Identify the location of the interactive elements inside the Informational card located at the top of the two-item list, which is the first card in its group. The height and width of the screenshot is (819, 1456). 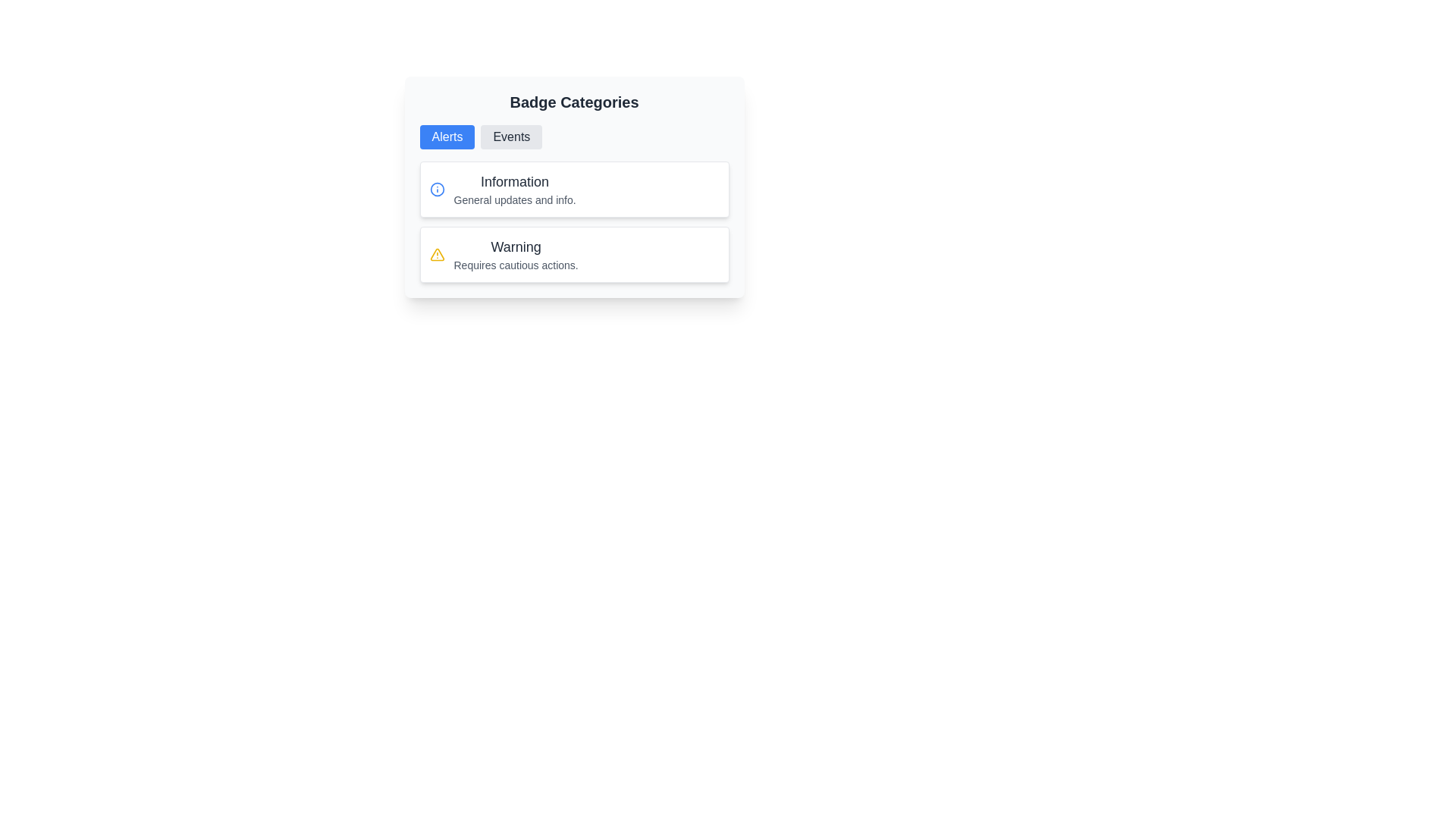
(573, 189).